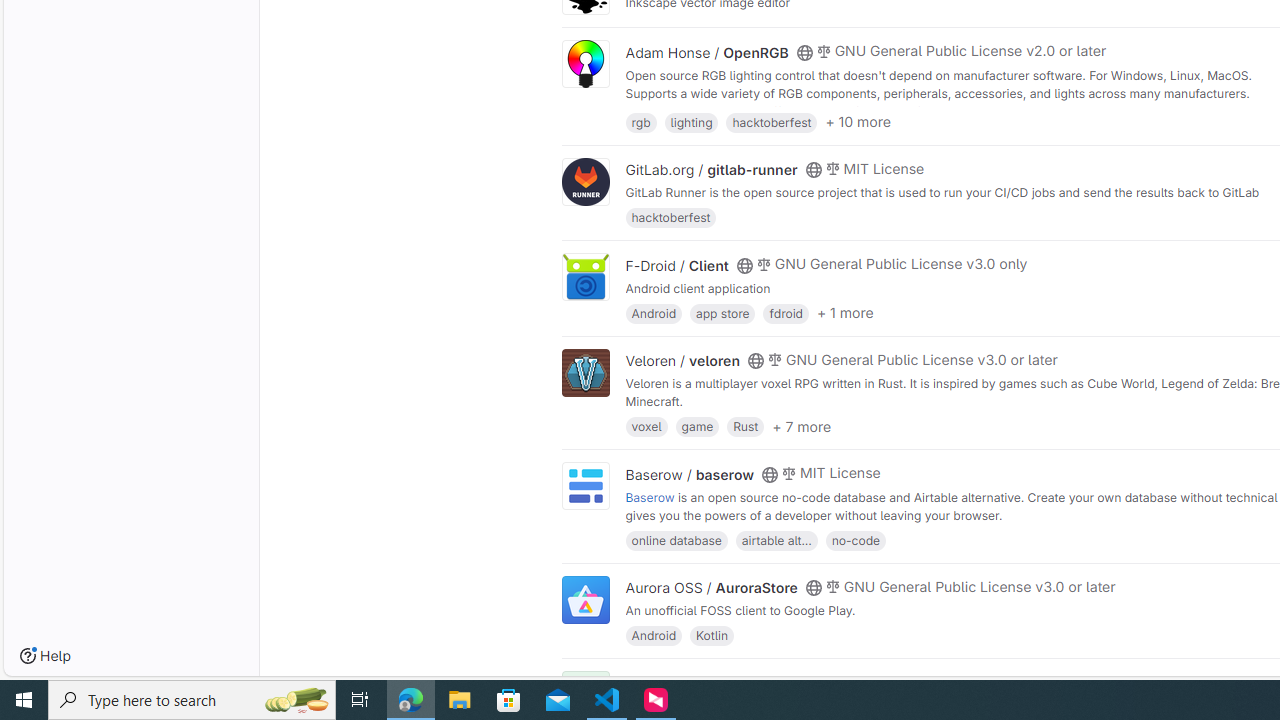 The width and height of the screenshot is (1280, 720). I want to click on 'hacktoberfest', so click(670, 217).